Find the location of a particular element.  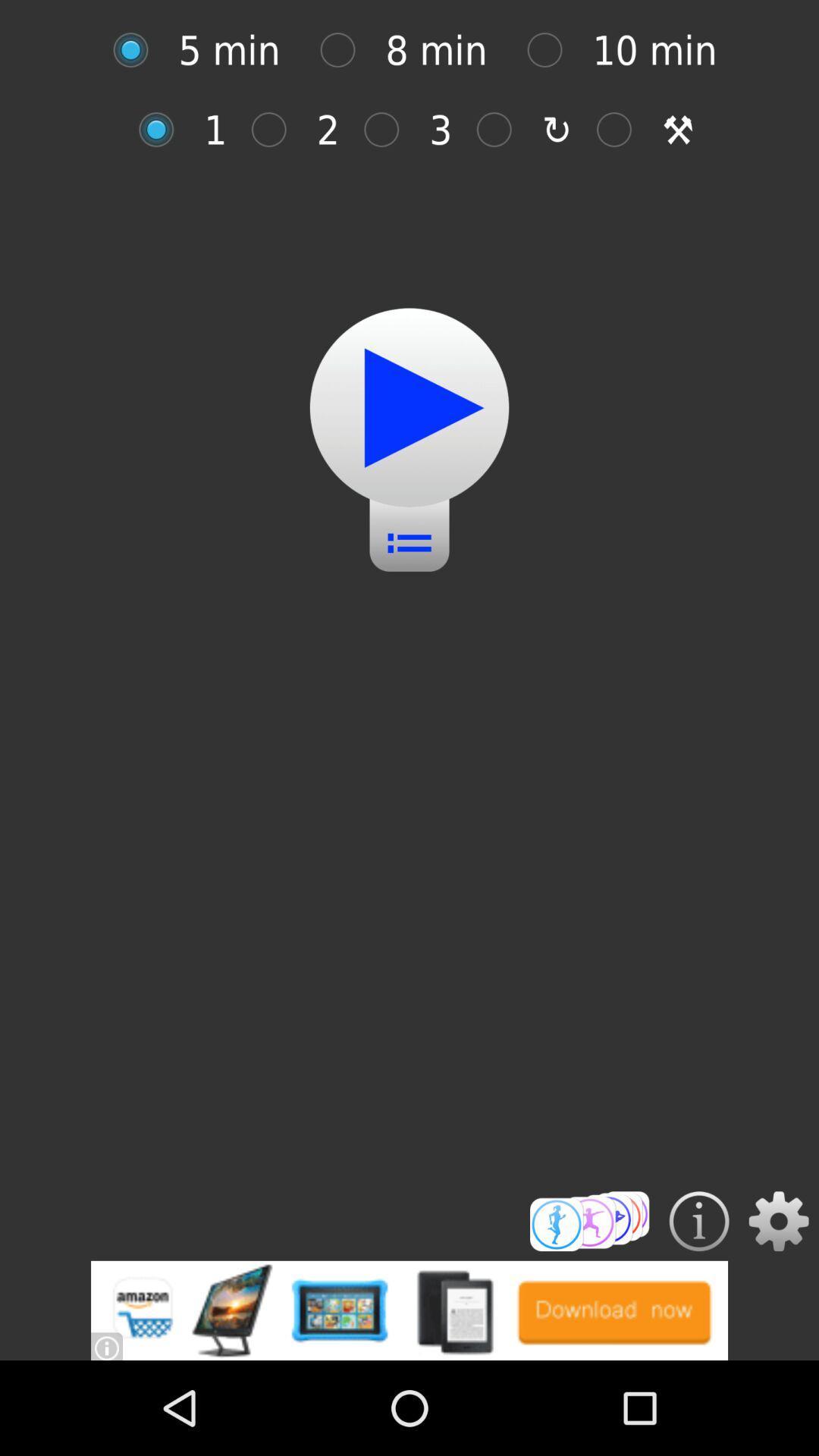

selection is located at coordinates (409, 407).